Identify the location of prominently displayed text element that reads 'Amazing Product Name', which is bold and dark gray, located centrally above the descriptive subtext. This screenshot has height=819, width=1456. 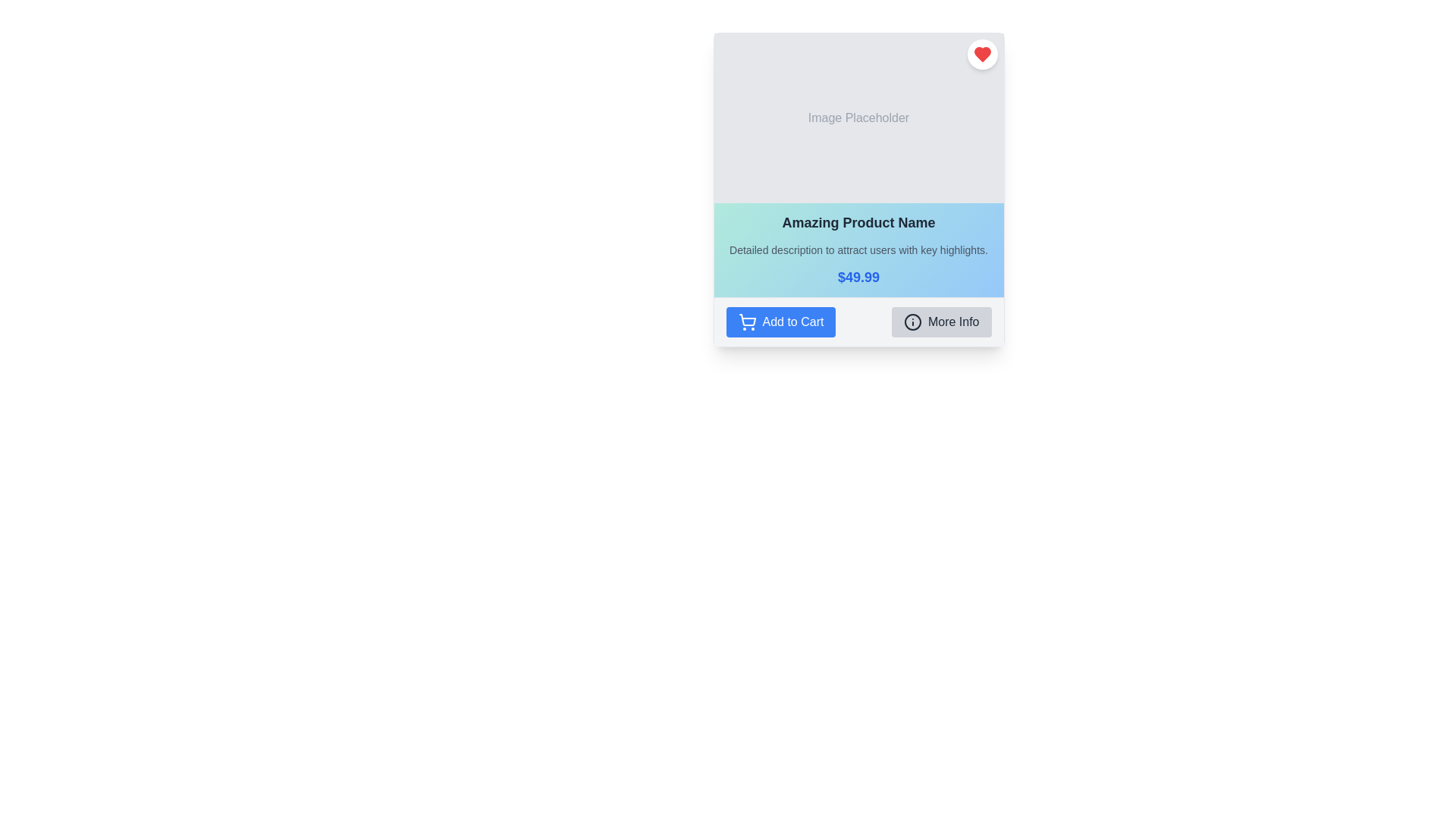
(858, 222).